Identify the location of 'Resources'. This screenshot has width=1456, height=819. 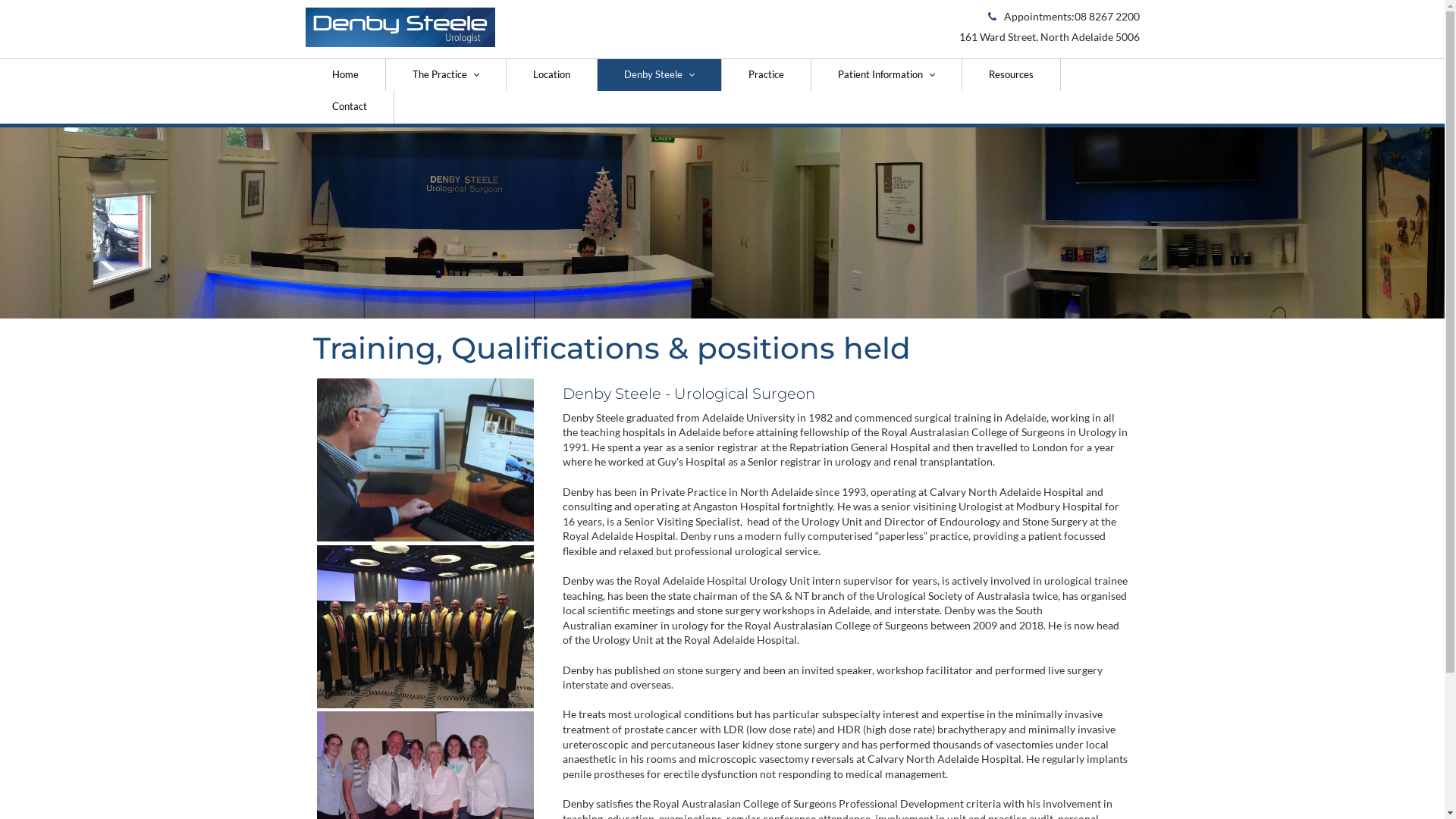
(1011, 75).